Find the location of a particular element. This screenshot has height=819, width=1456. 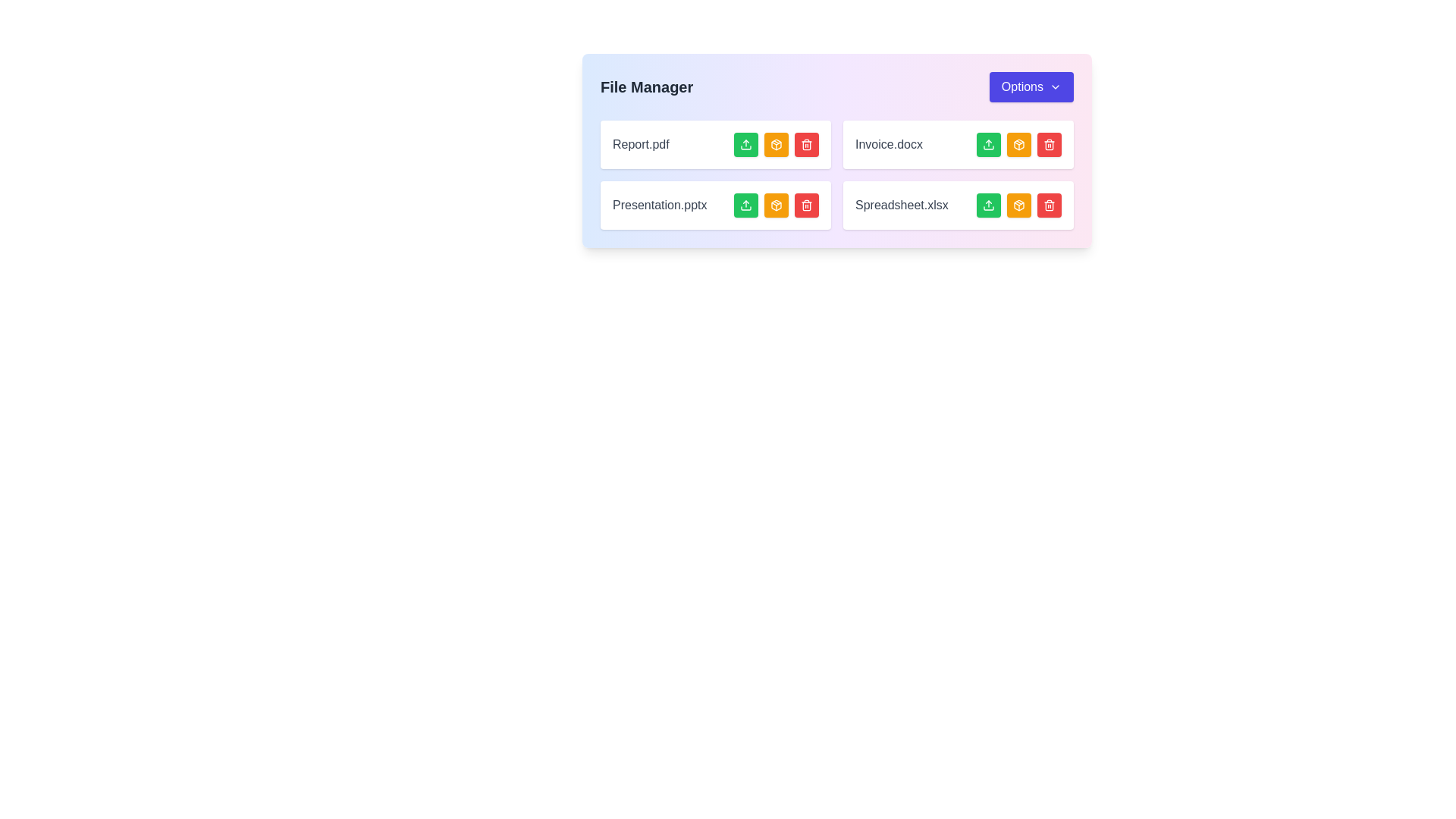

the second button in the row of action buttons for the file 'Presentation.pptx' is located at coordinates (776, 205).